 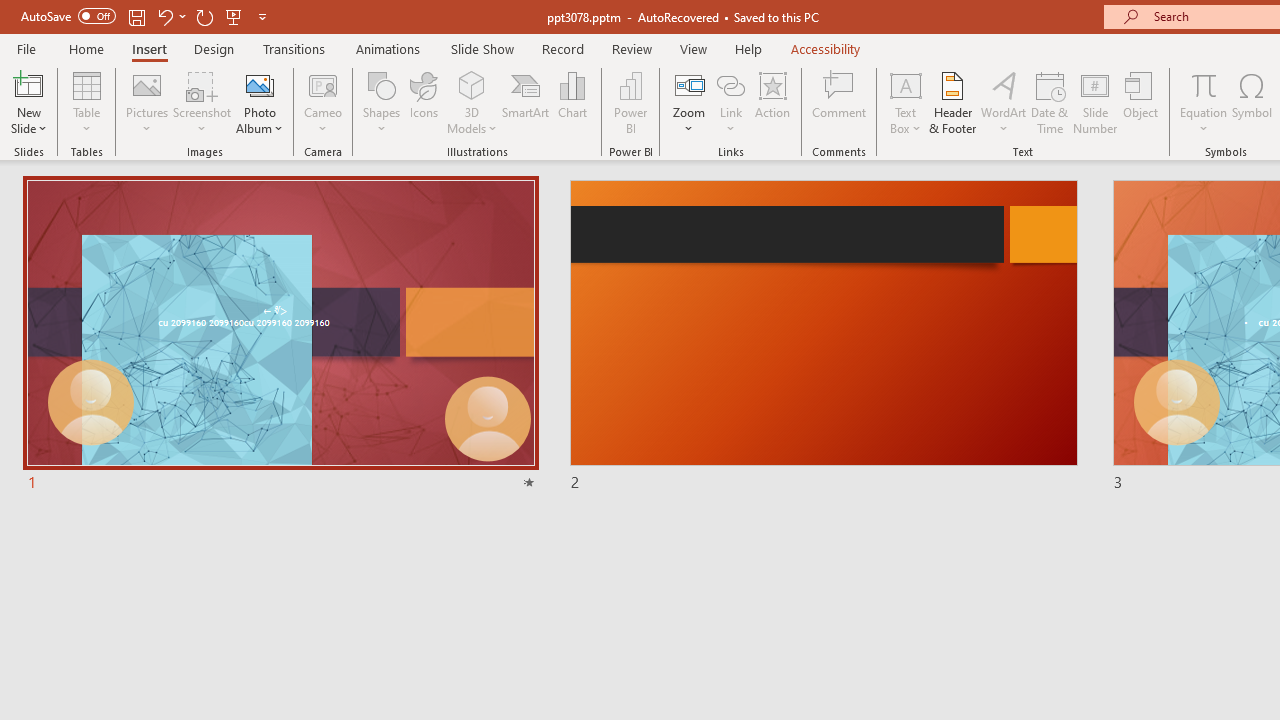 What do you see at coordinates (1094, 103) in the screenshot?
I see `'Slide Number'` at bounding box center [1094, 103].